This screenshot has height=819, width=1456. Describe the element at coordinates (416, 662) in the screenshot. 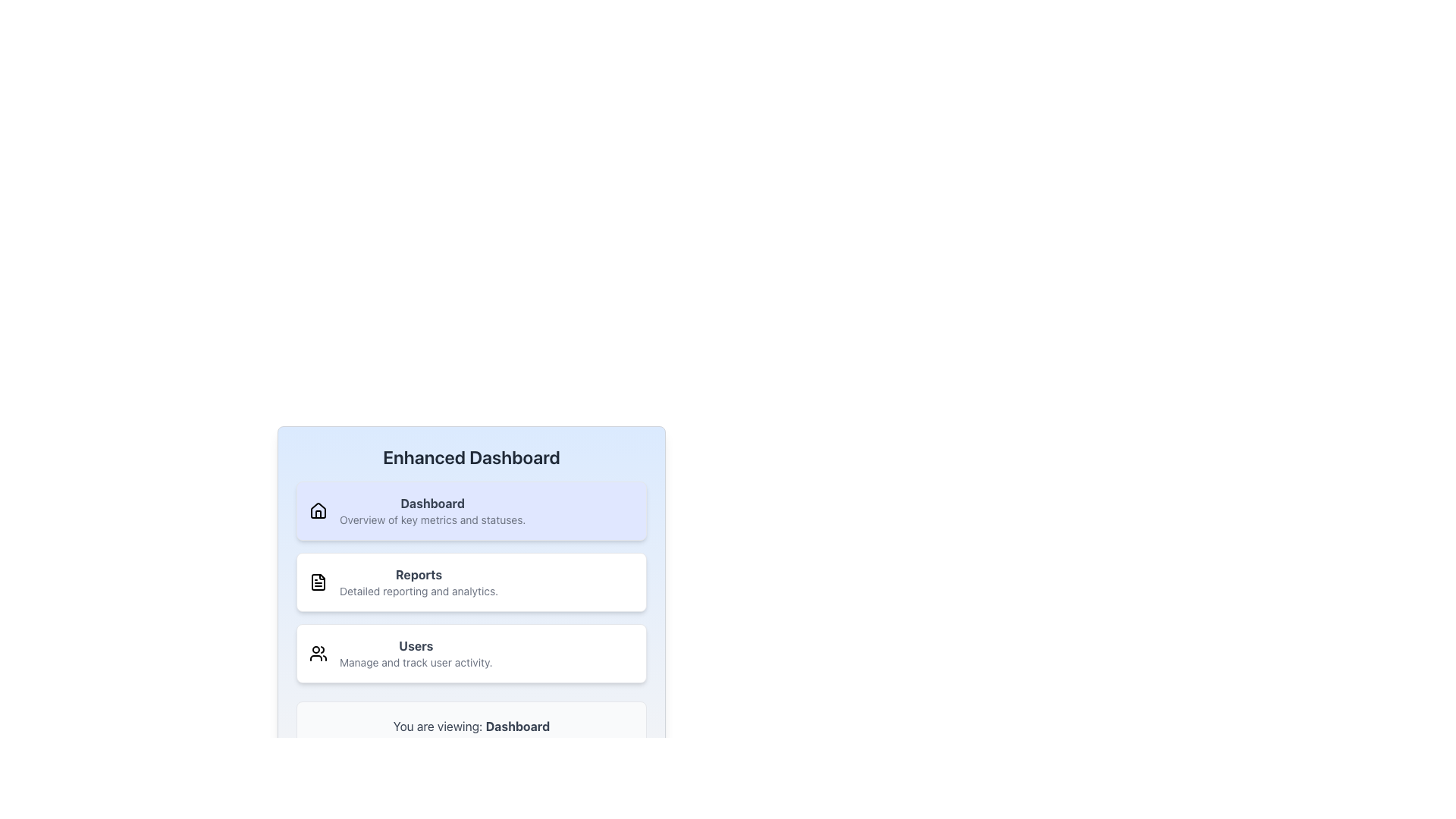

I see `small grey text that reads 'Manage and track user activity.' positioned below the bold 'Users' title in the navigation interface` at that location.